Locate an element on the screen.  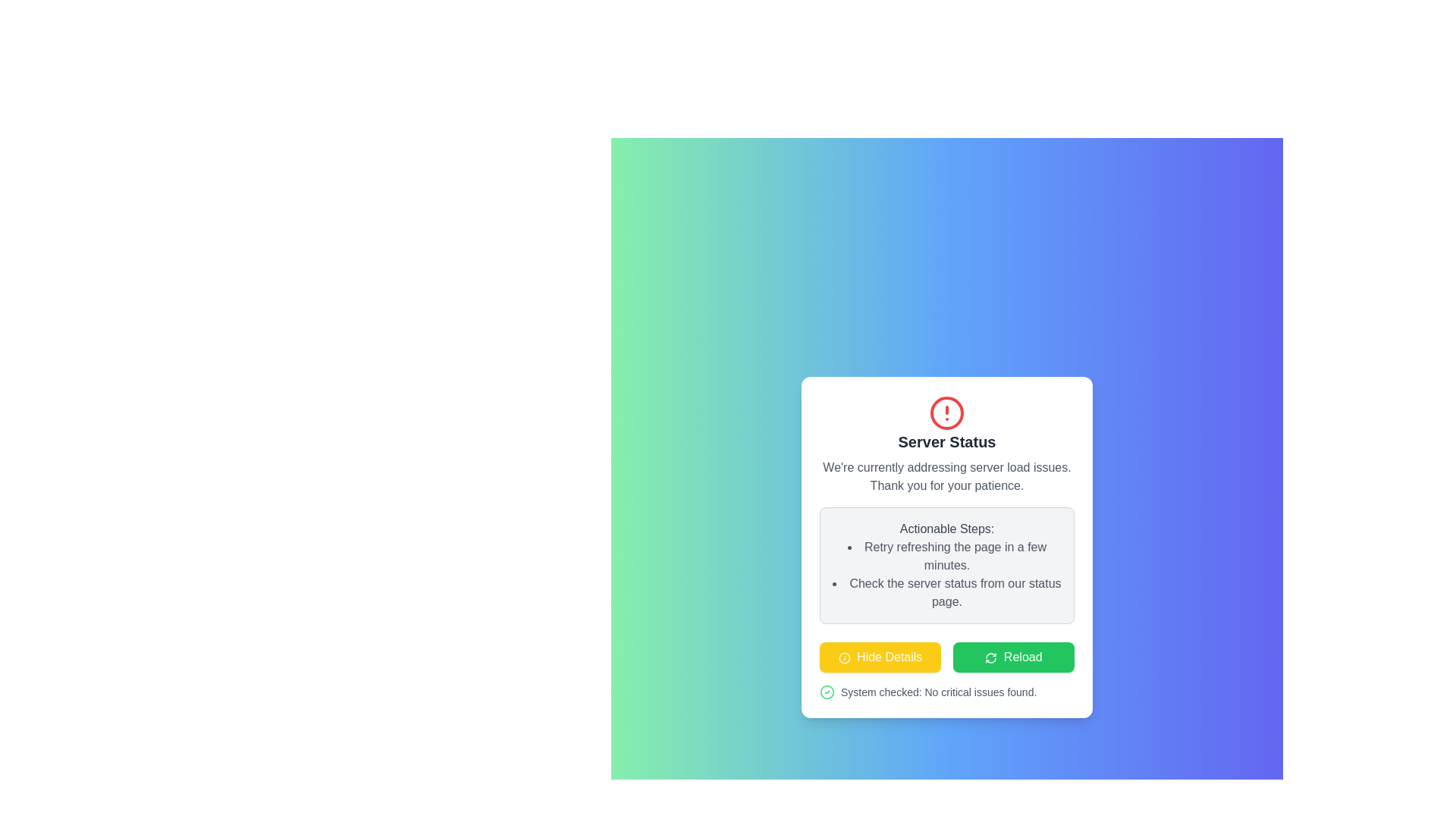
the icon that signifies successful system check completion, located on the left side of the text 'System checked: No critical issues found.' is located at coordinates (826, 692).